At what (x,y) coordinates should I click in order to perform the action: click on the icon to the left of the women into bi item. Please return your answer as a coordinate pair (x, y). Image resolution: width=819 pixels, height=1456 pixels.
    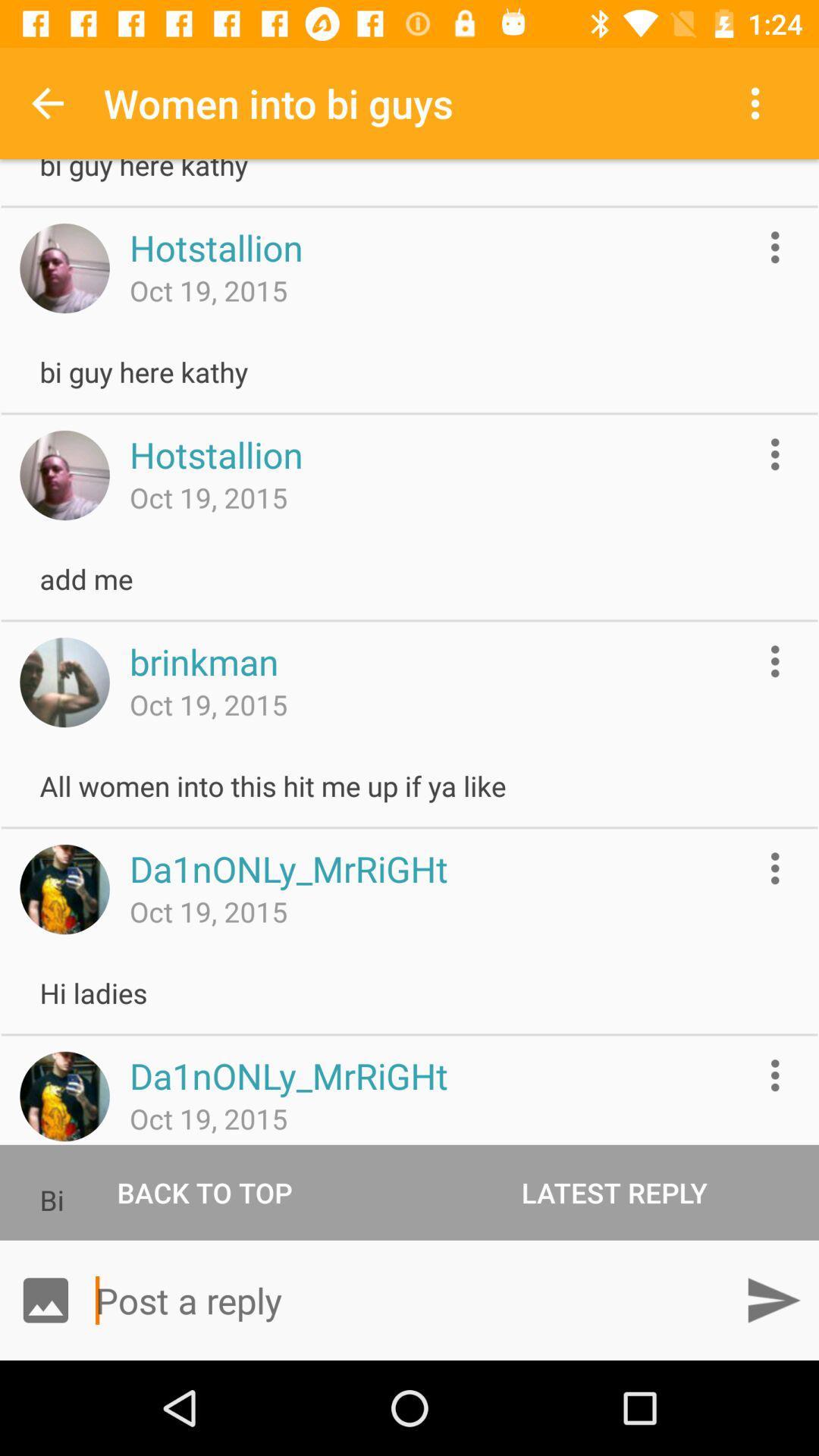
    Looking at the image, I should click on (46, 102).